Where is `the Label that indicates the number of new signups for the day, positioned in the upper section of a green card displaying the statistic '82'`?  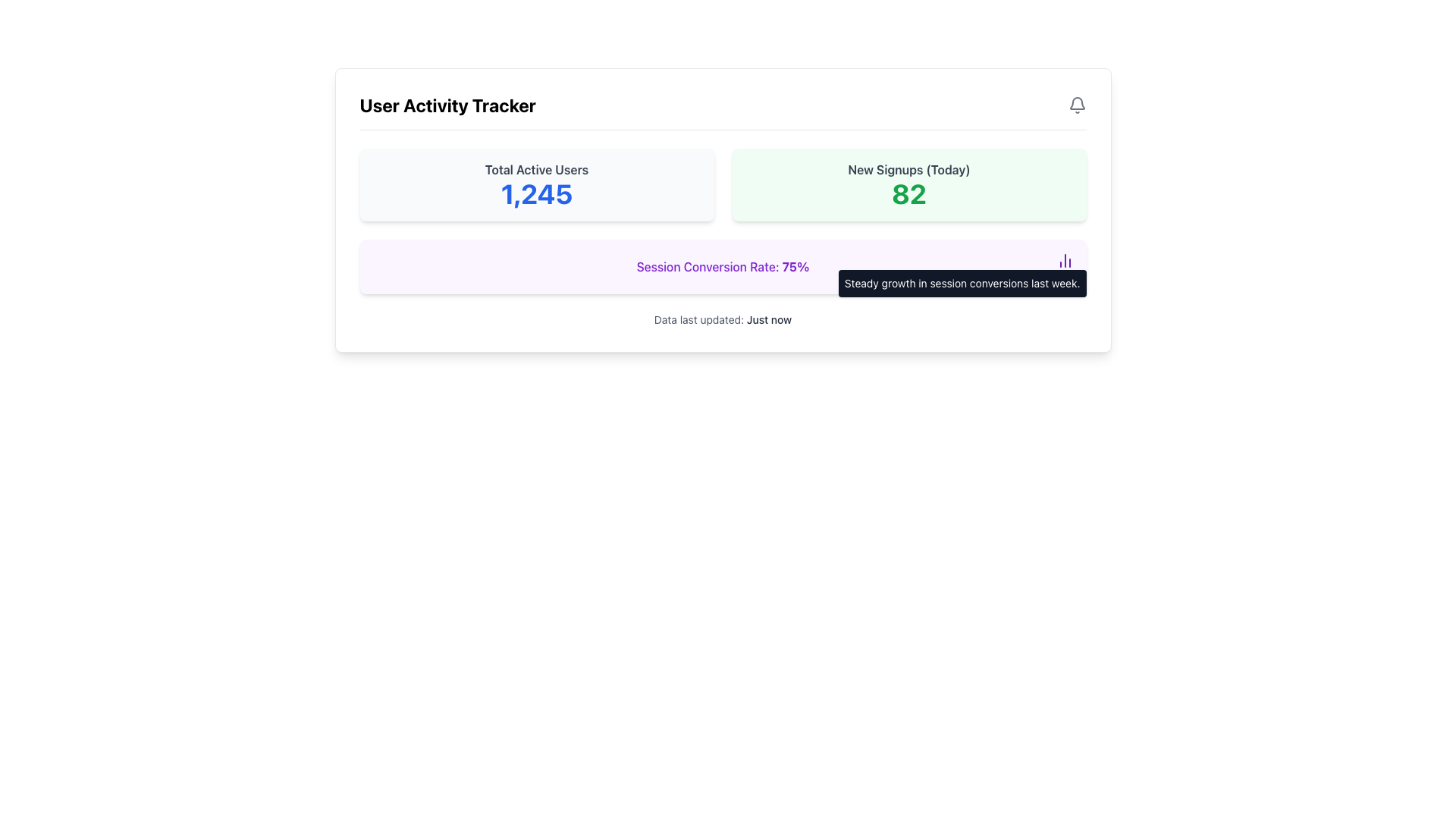 the Label that indicates the number of new signups for the day, positioned in the upper section of a green card displaying the statistic '82' is located at coordinates (909, 169).